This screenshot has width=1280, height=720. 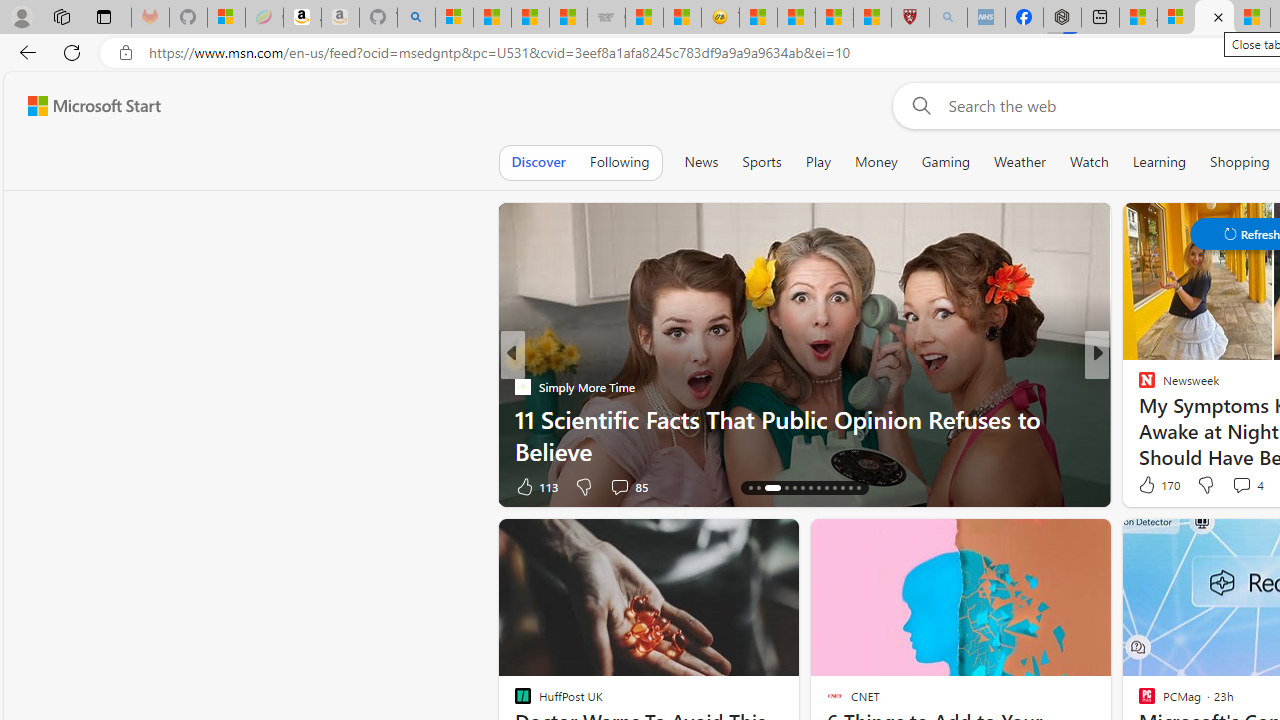 I want to click on 'Learning', so click(x=1159, y=161).